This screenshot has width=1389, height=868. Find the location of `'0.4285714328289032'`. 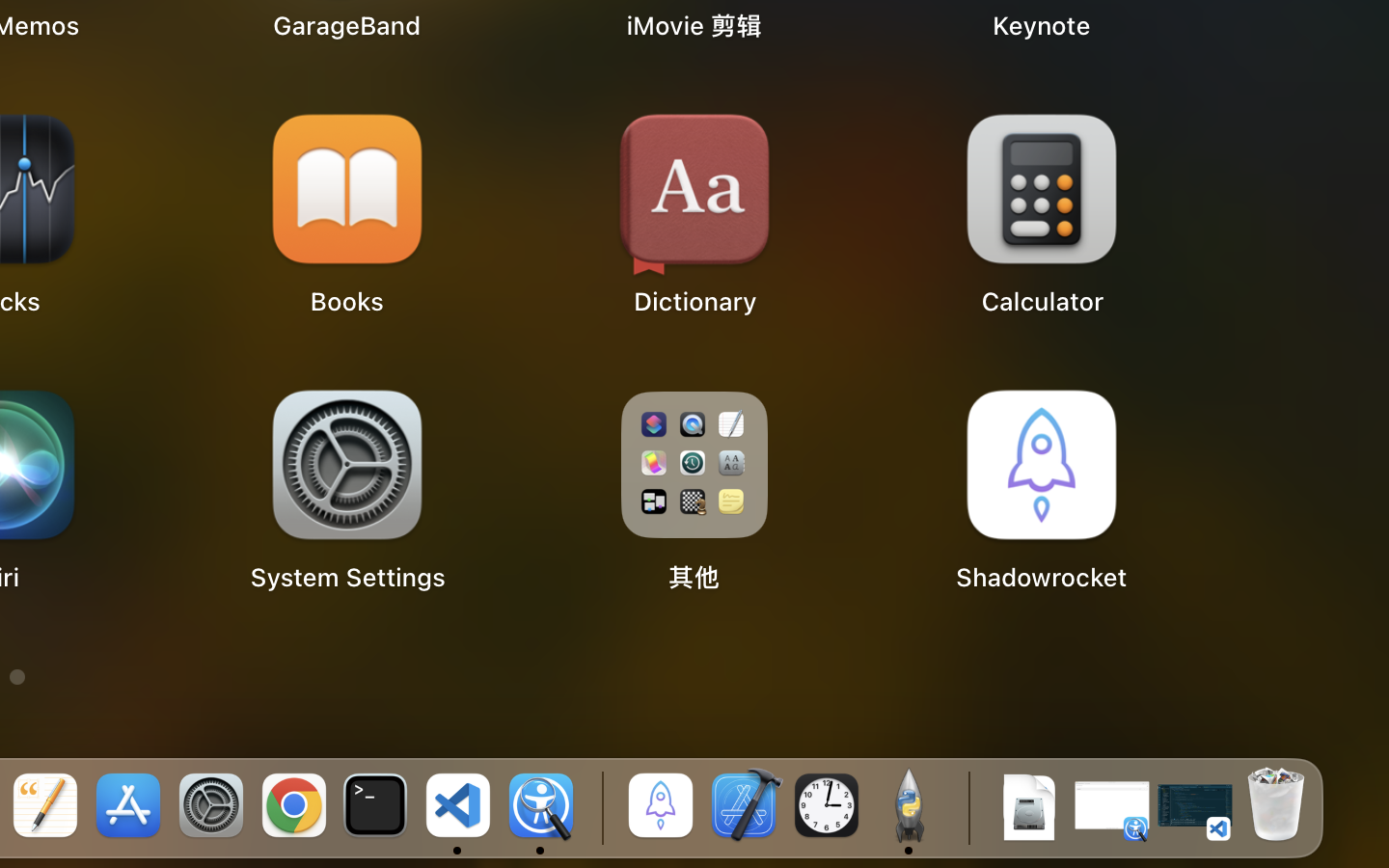

'0.4285714328289032' is located at coordinates (598, 807).